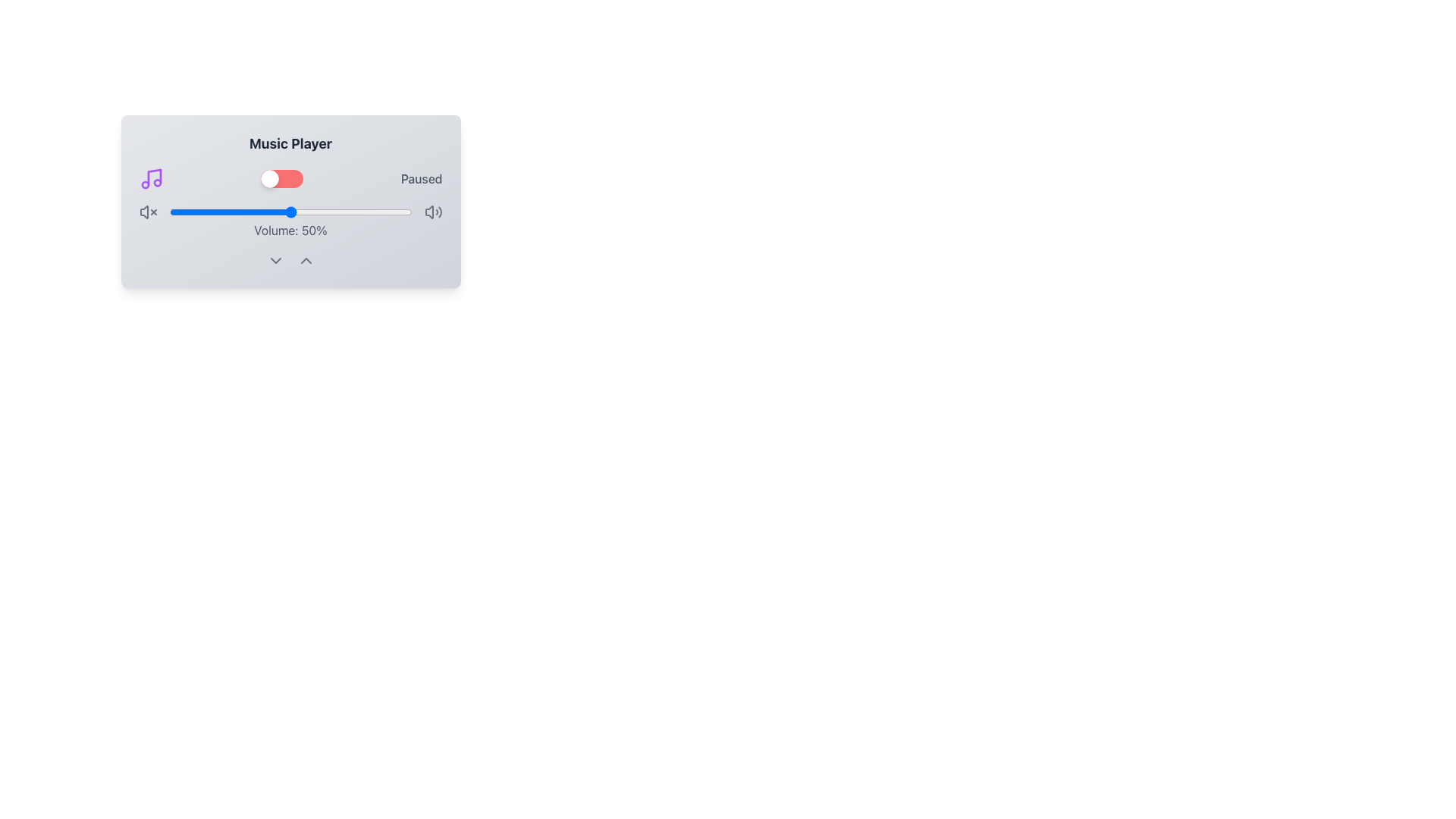  I want to click on the volume, so click(215, 212).